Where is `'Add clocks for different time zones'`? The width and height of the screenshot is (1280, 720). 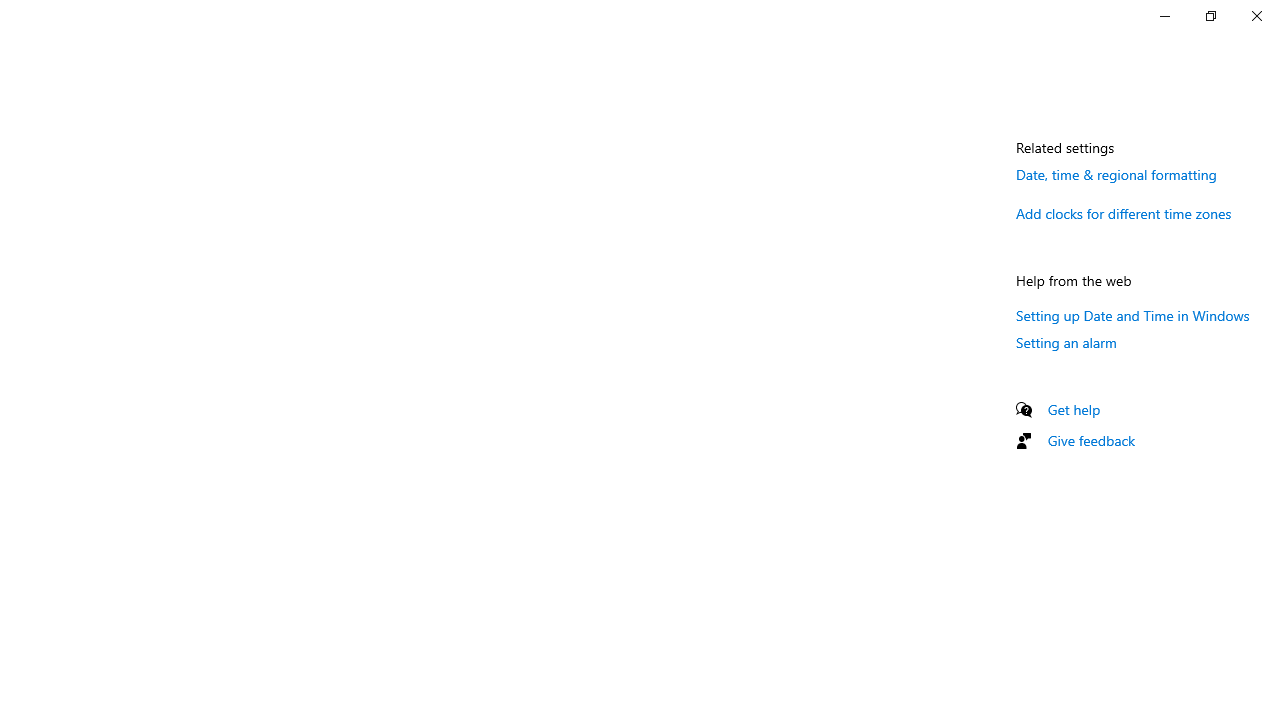 'Add clocks for different time zones' is located at coordinates (1123, 213).